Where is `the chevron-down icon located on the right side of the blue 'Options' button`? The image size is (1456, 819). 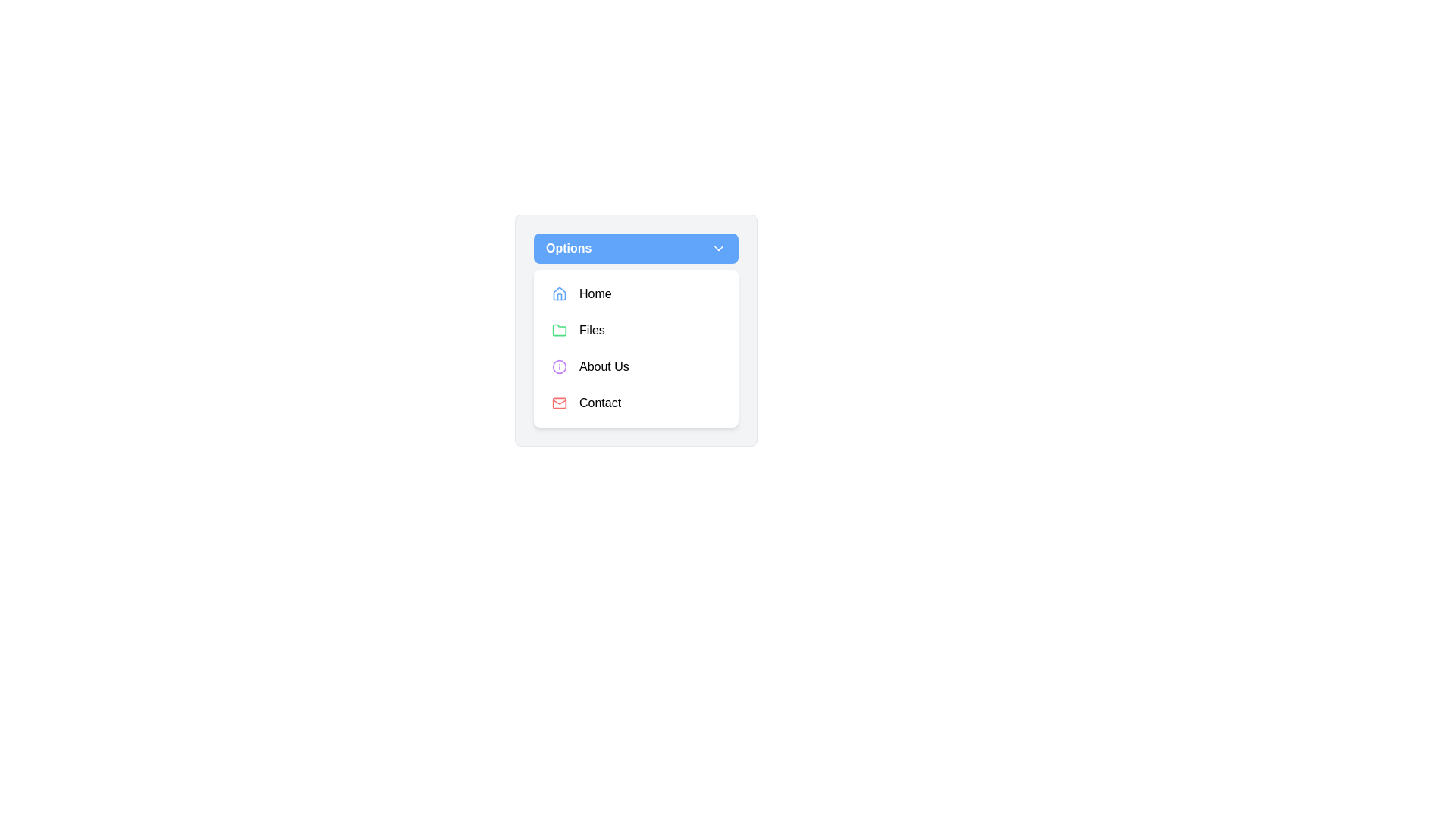 the chevron-down icon located on the right side of the blue 'Options' button is located at coordinates (718, 247).